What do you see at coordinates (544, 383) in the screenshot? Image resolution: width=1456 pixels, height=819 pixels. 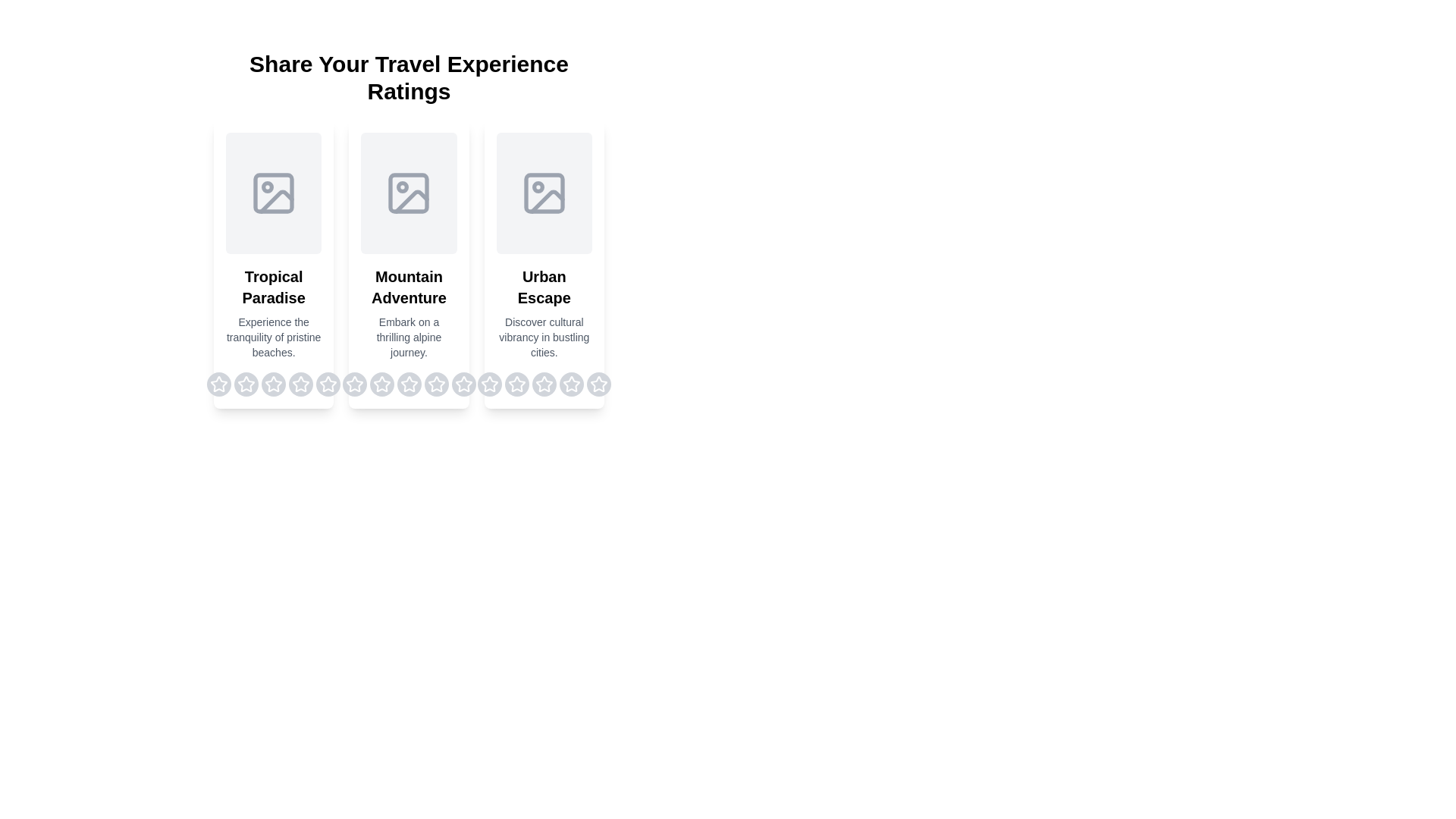 I see `the rating for a destination to 3 stars by clicking on the corresponding star for the destination Urban Escape` at bounding box center [544, 383].